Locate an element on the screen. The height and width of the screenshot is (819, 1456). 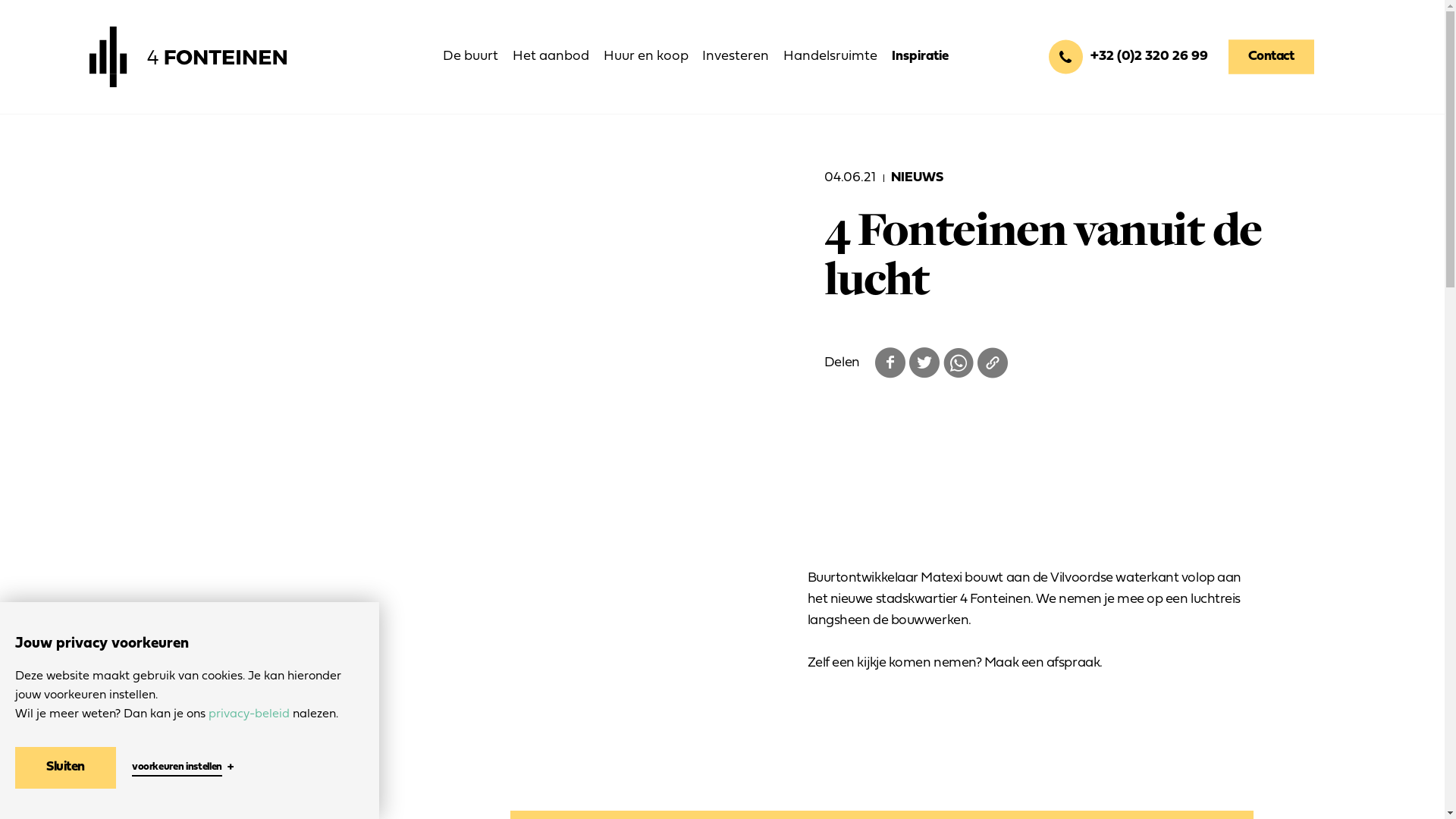
'+32 (0)2 320 26 99' is located at coordinates (1128, 56).